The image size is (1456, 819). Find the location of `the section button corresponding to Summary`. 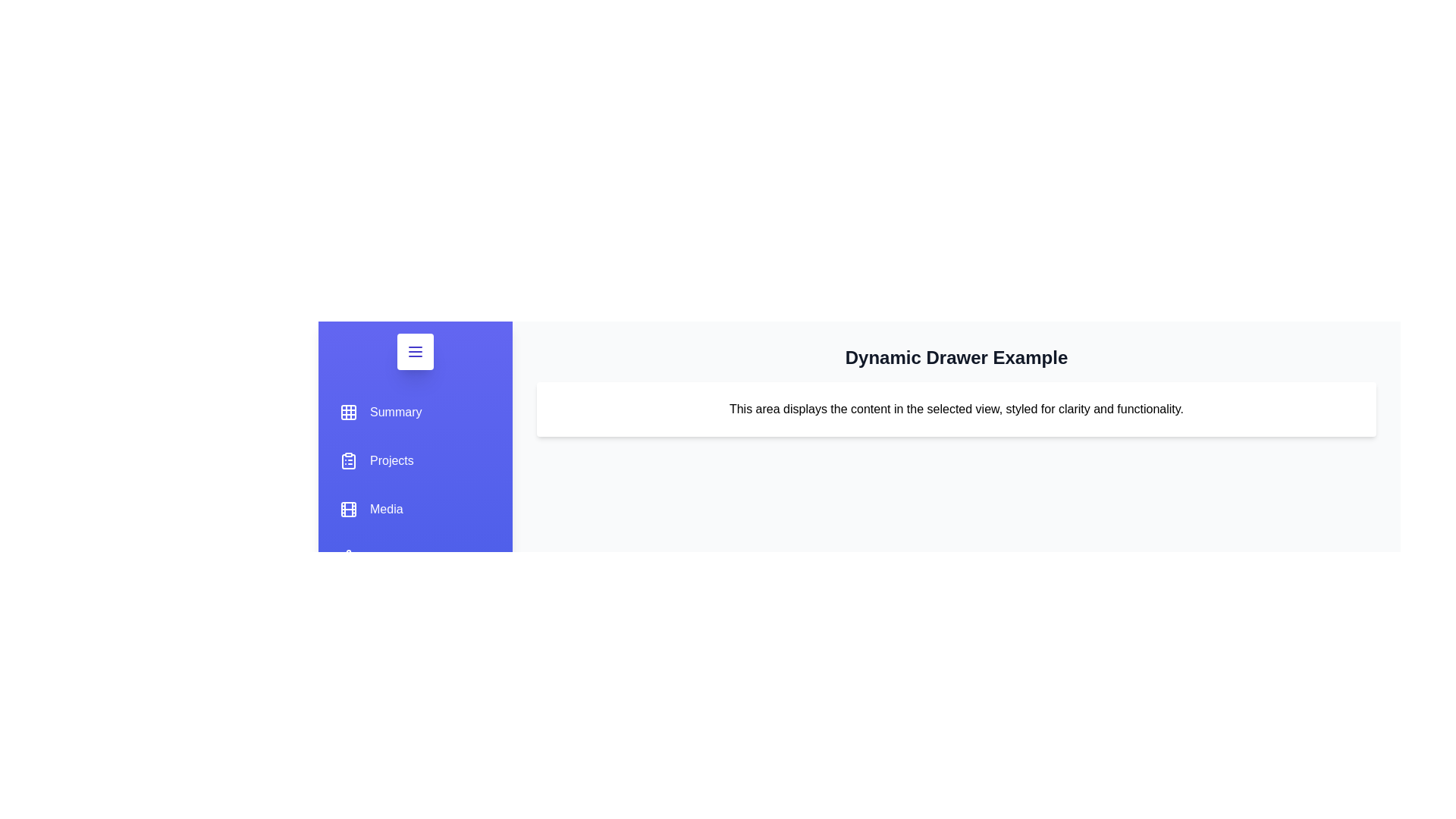

the section button corresponding to Summary is located at coordinates (381, 412).